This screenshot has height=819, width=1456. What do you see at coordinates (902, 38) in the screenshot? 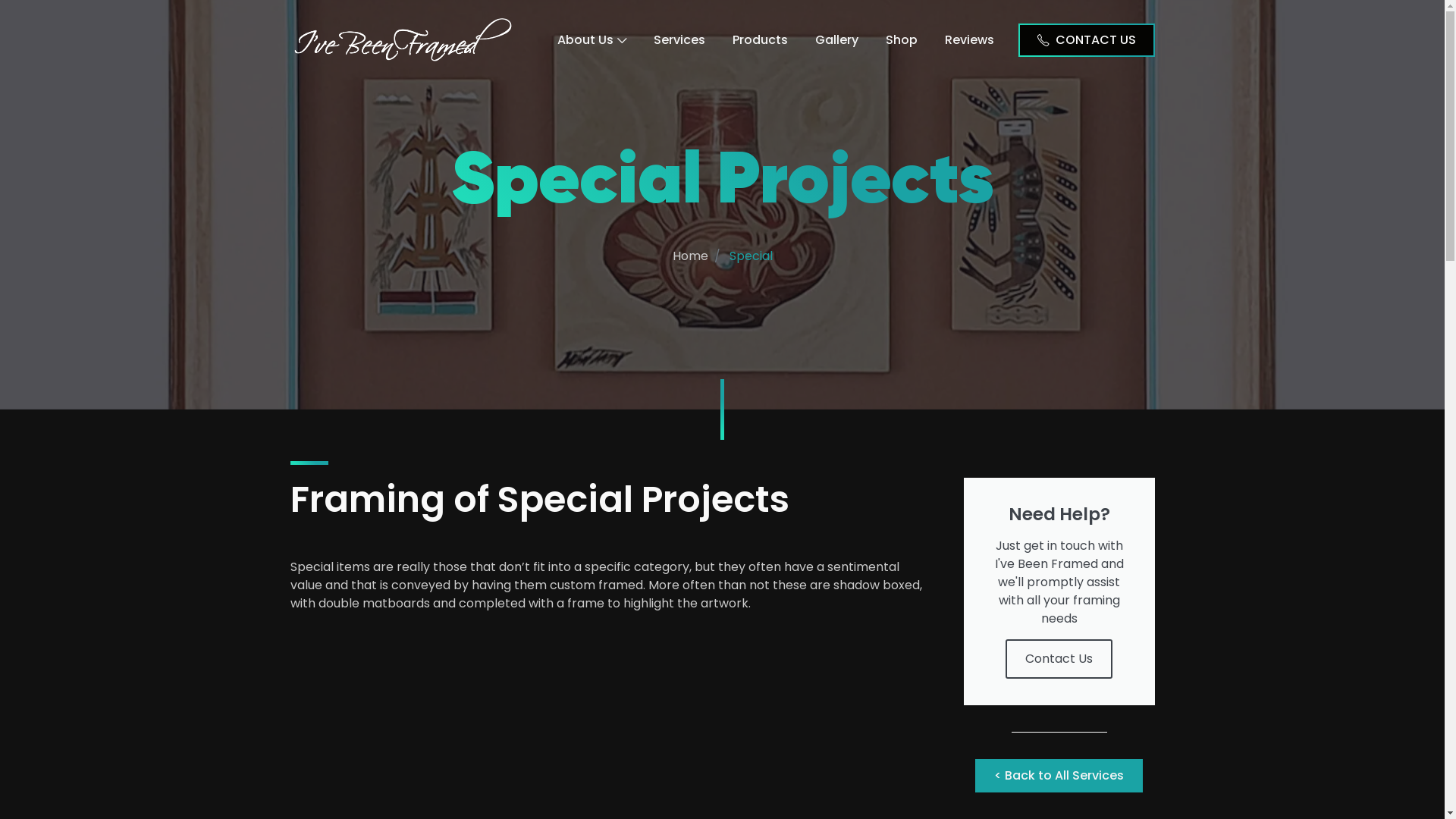
I see `'Shop'` at bounding box center [902, 38].